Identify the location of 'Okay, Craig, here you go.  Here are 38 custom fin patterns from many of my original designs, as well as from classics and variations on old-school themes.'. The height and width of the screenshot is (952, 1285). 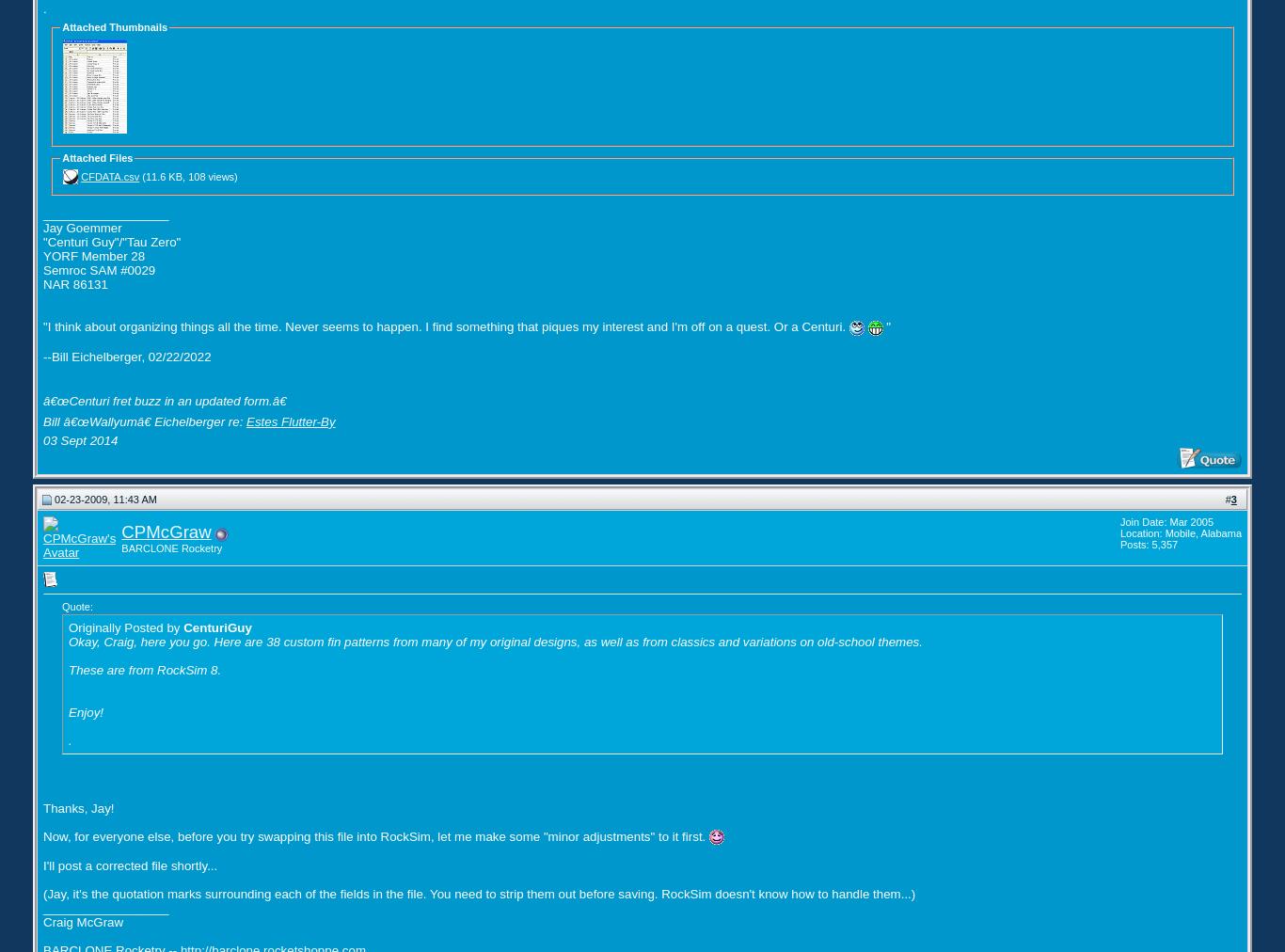
(495, 641).